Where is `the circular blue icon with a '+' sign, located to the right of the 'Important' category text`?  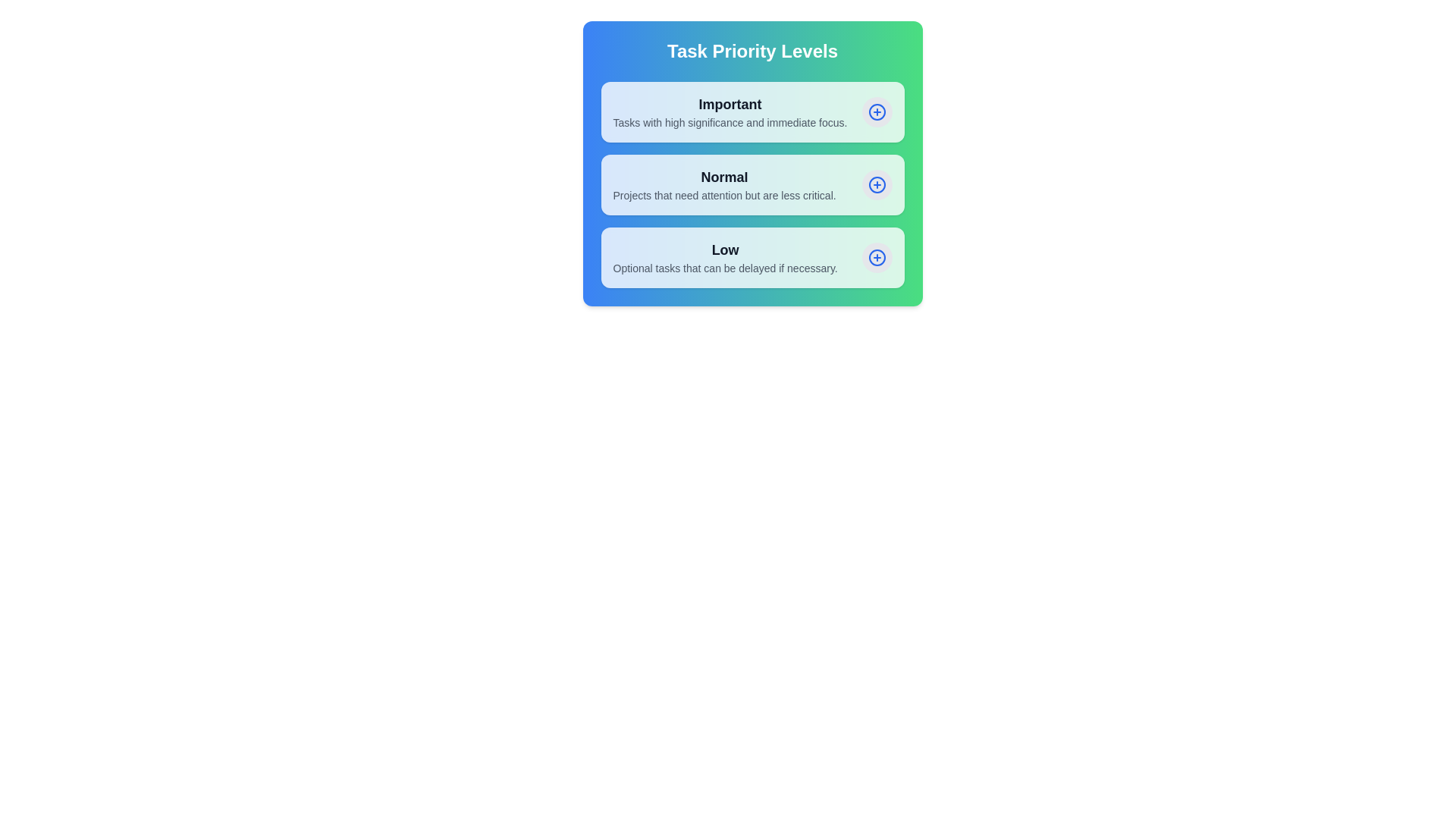
the circular blue icon with a '+' sign, located to the right of the 'Important' category text is located at coordinates (877, 111).